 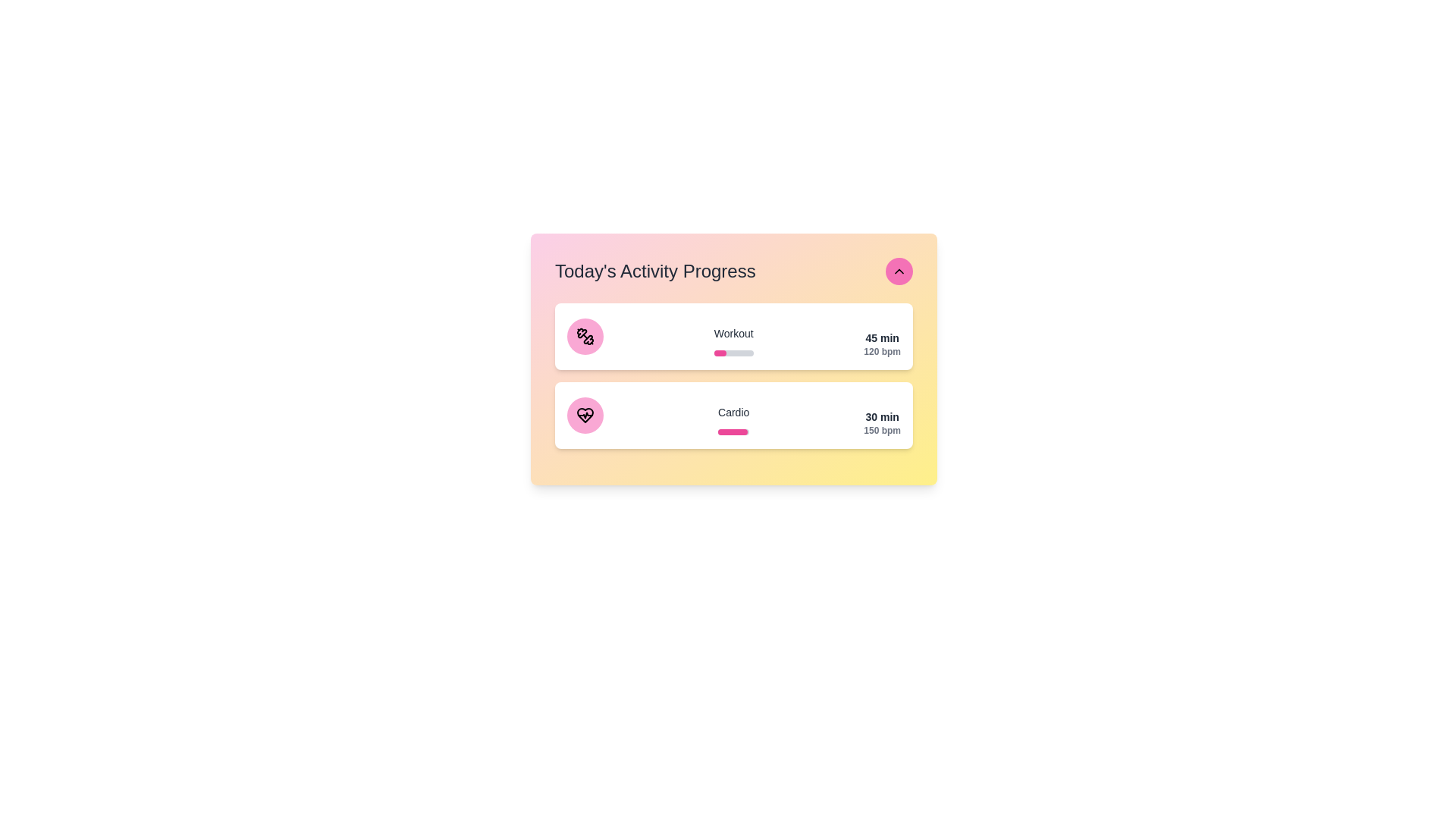 I want to click on the Text Display Component that shows duration and heart rate data related to a 'Workout' activity for further information, so click(x=882, y=341).